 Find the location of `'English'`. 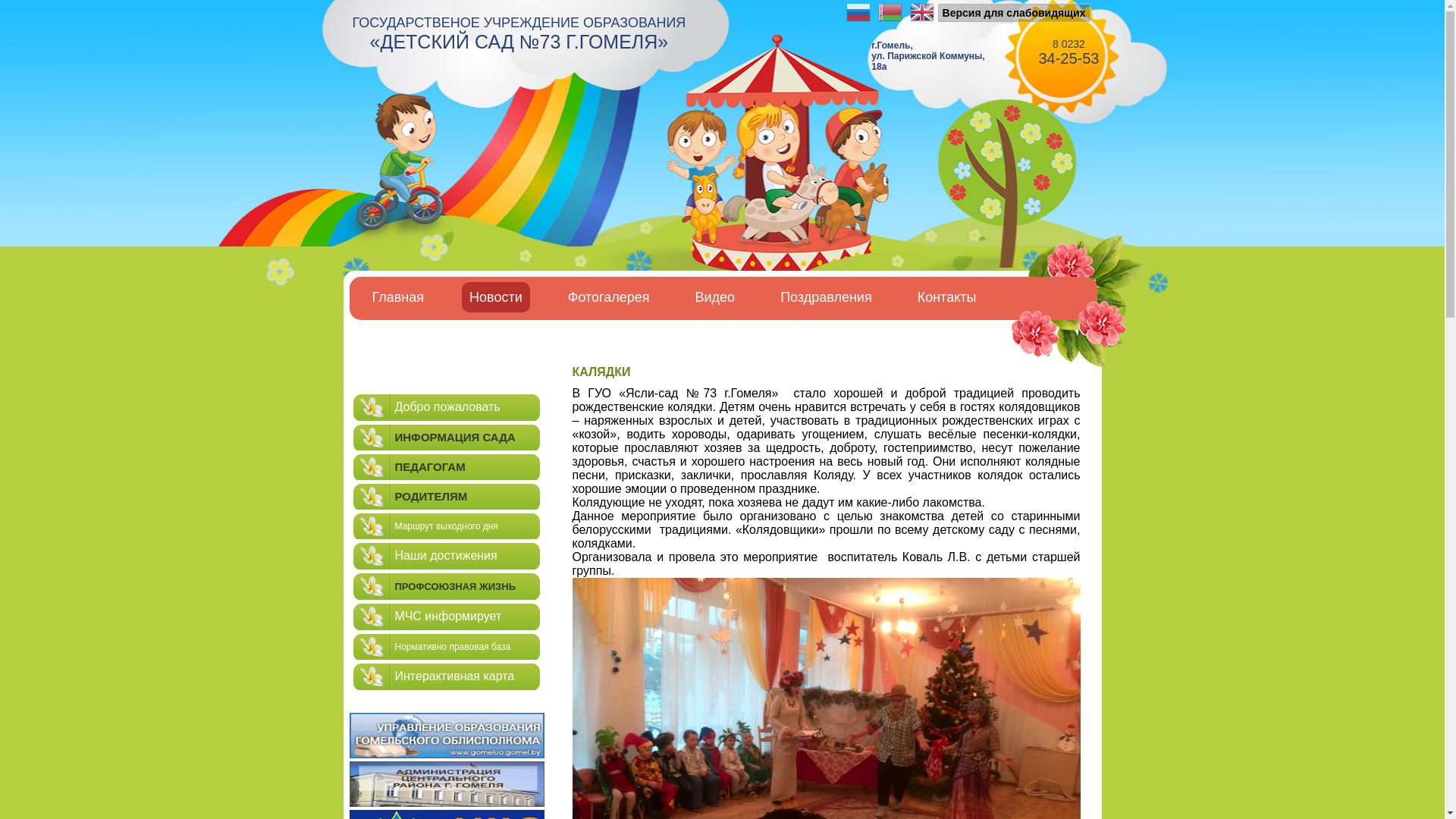

'English' is located at coordinates (921, 11).